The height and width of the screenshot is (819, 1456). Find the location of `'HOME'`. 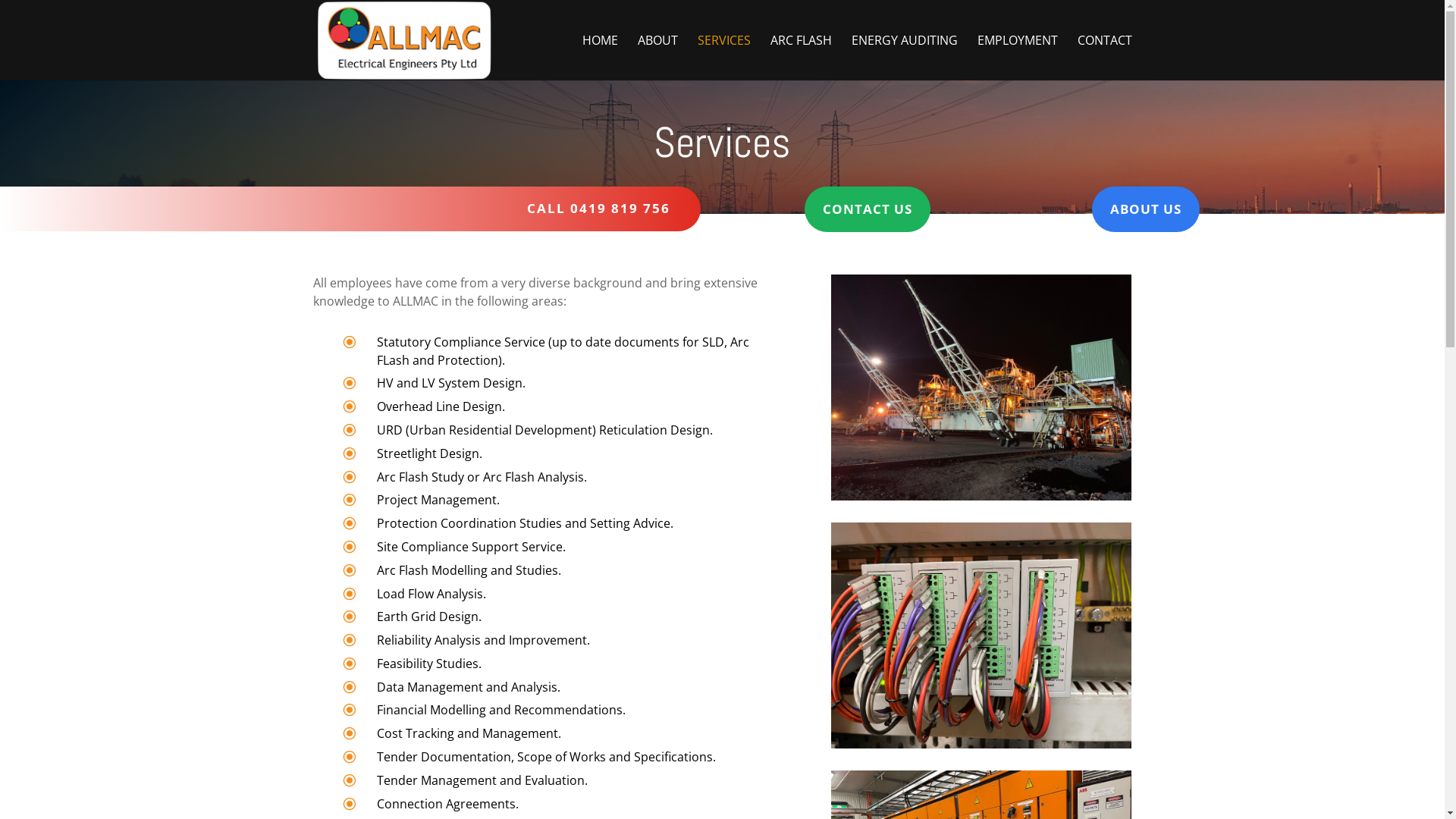

'HOME' is located at coordinates (599, 57).